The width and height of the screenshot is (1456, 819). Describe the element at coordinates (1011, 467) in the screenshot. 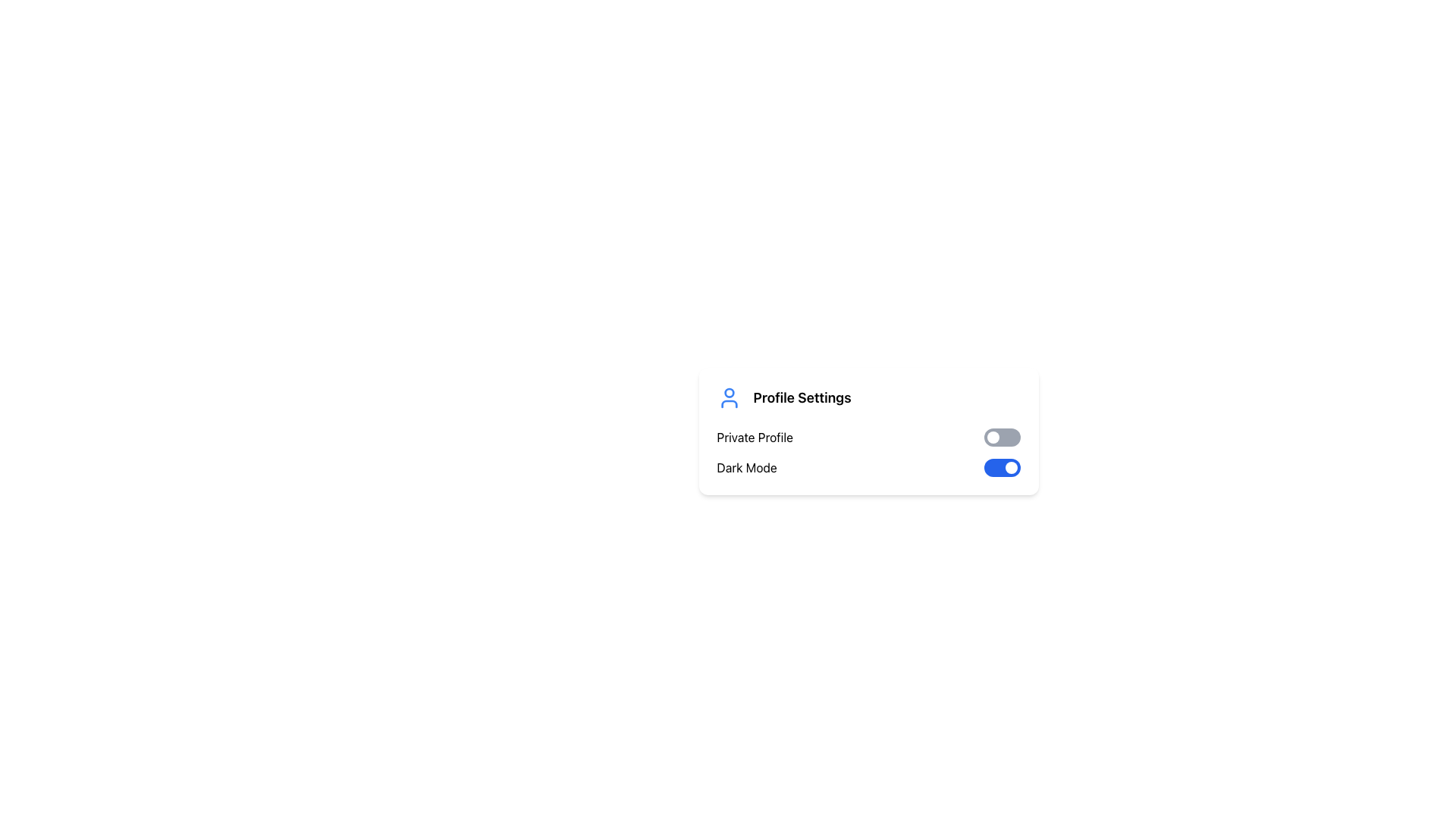

I see `the toggle indicator` at that location.